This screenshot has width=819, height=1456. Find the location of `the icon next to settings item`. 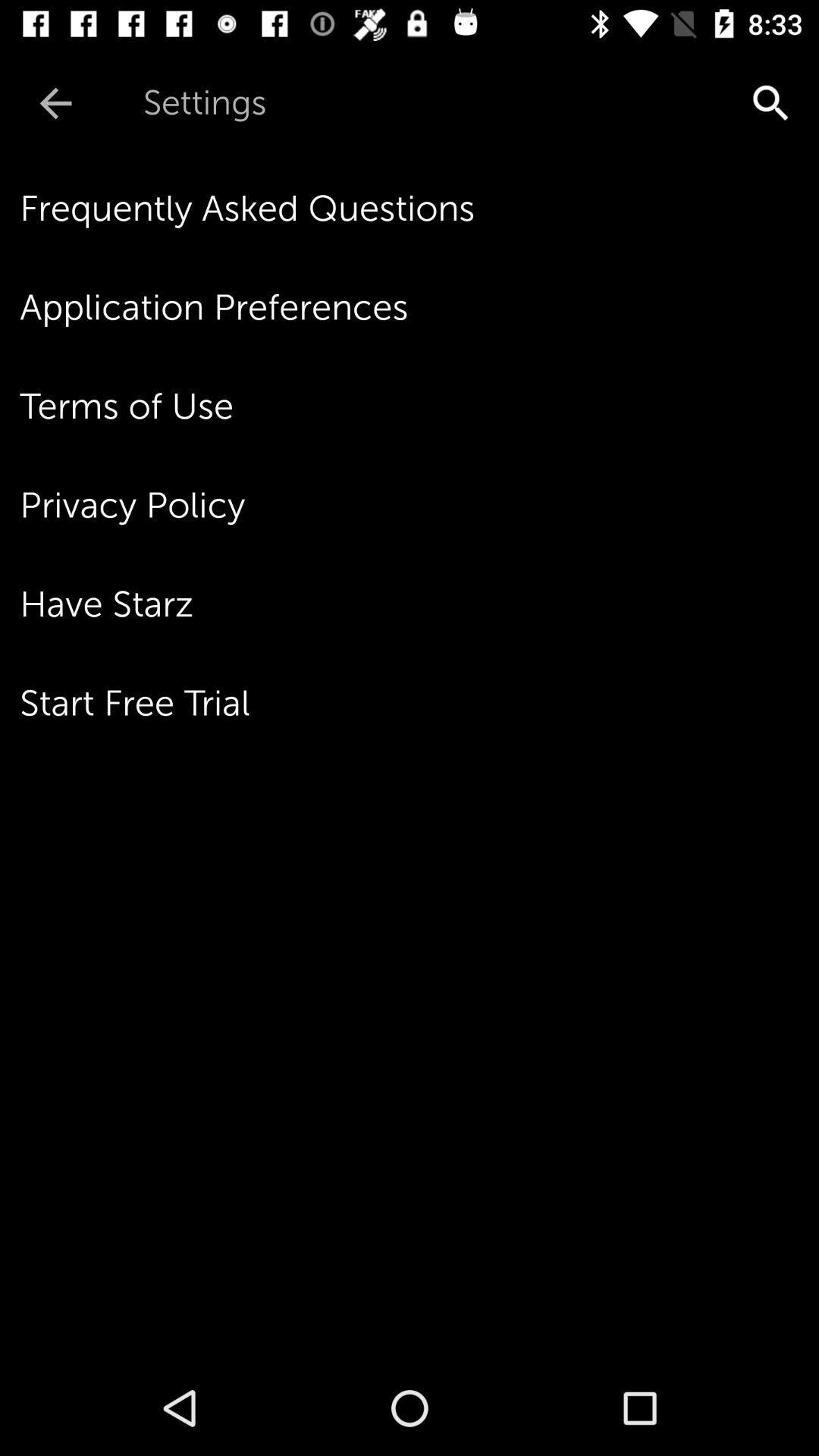

the icon next to settings item is located at coordinates (55, 102).